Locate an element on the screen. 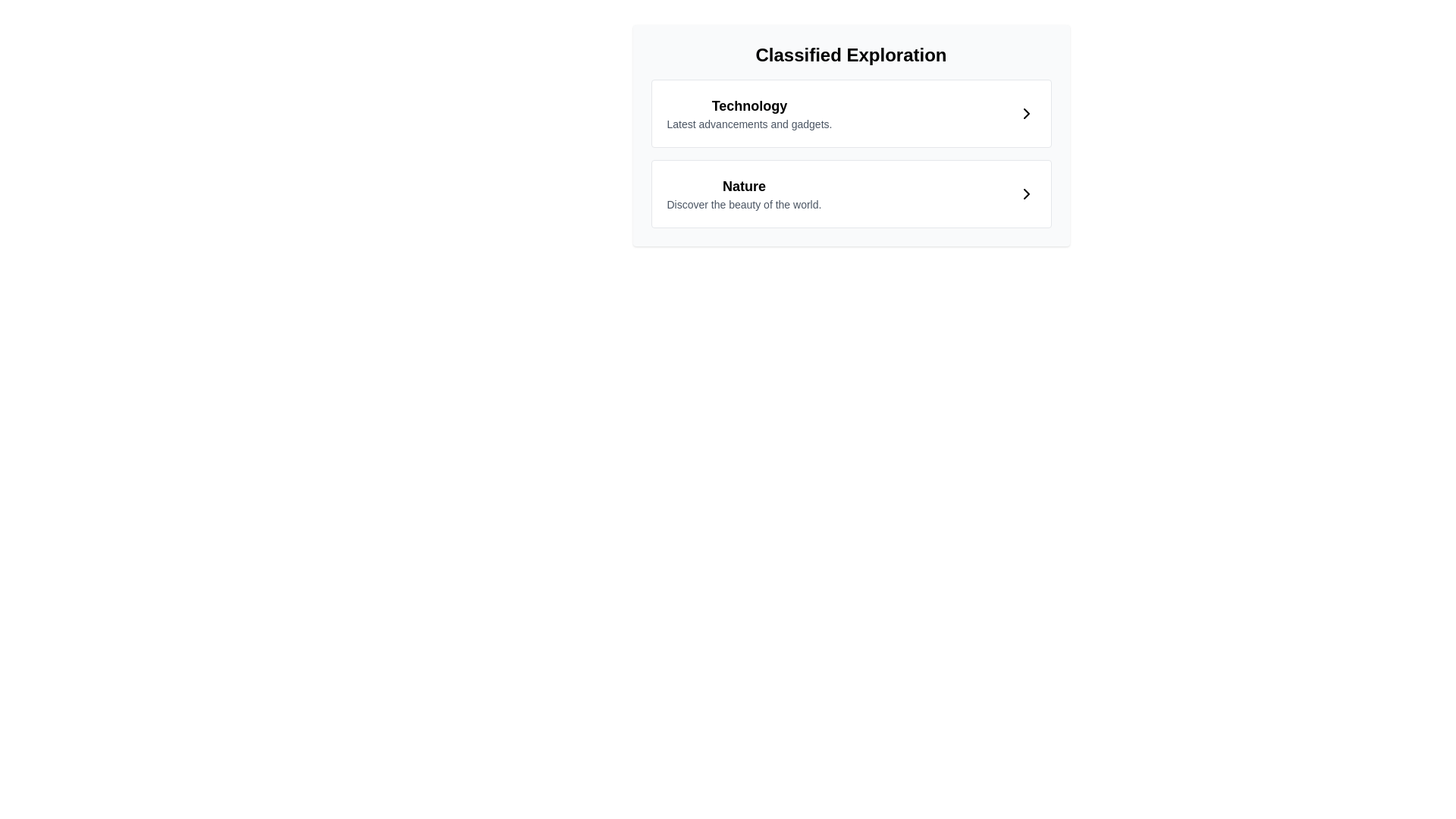  the Text block containing the title 'Nature' and the description 'Discover the beauty of the world.' is located at coordinates (744, 193).